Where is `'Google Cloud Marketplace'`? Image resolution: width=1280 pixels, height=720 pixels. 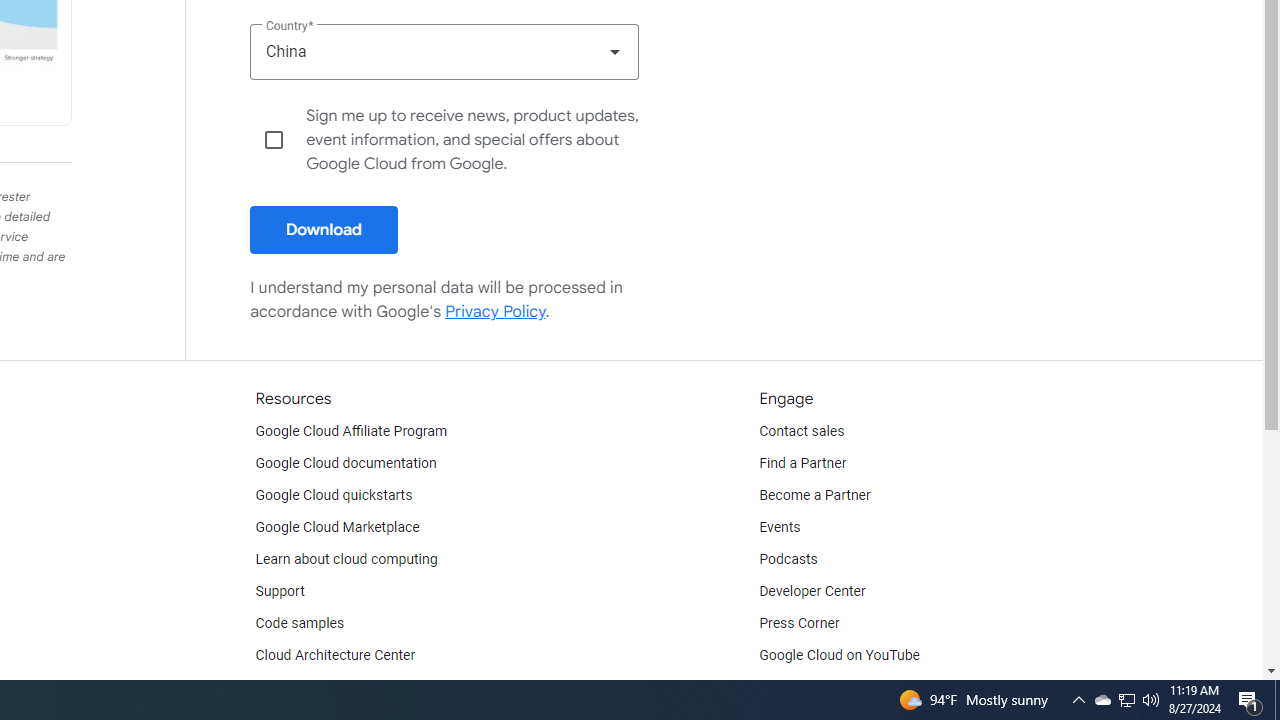
'Google Cloud Marketplace' is located at coordinates (337, 527).